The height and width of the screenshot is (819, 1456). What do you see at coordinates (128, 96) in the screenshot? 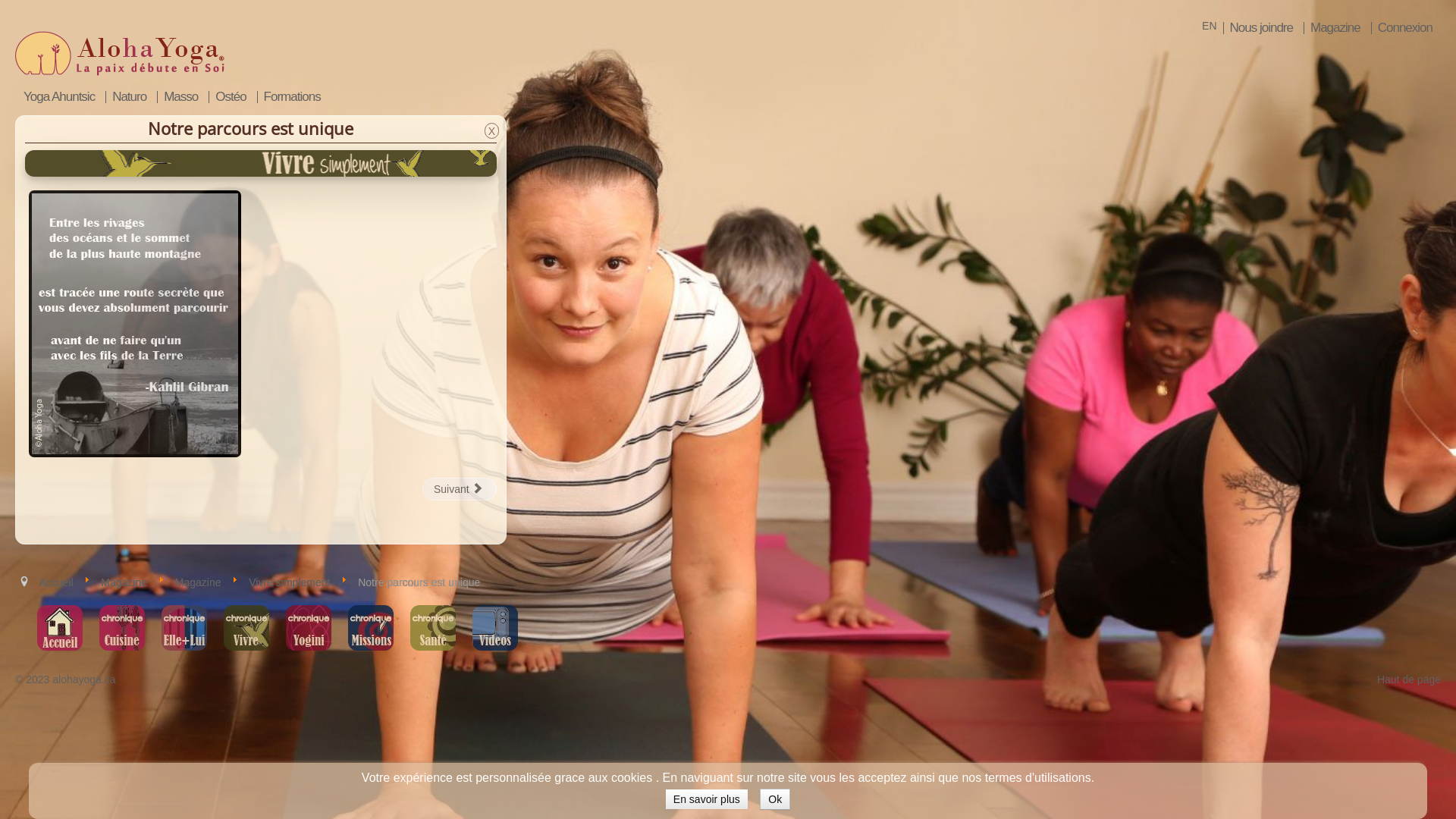
I see `'Naturo'` at bounding box center [128, 96].